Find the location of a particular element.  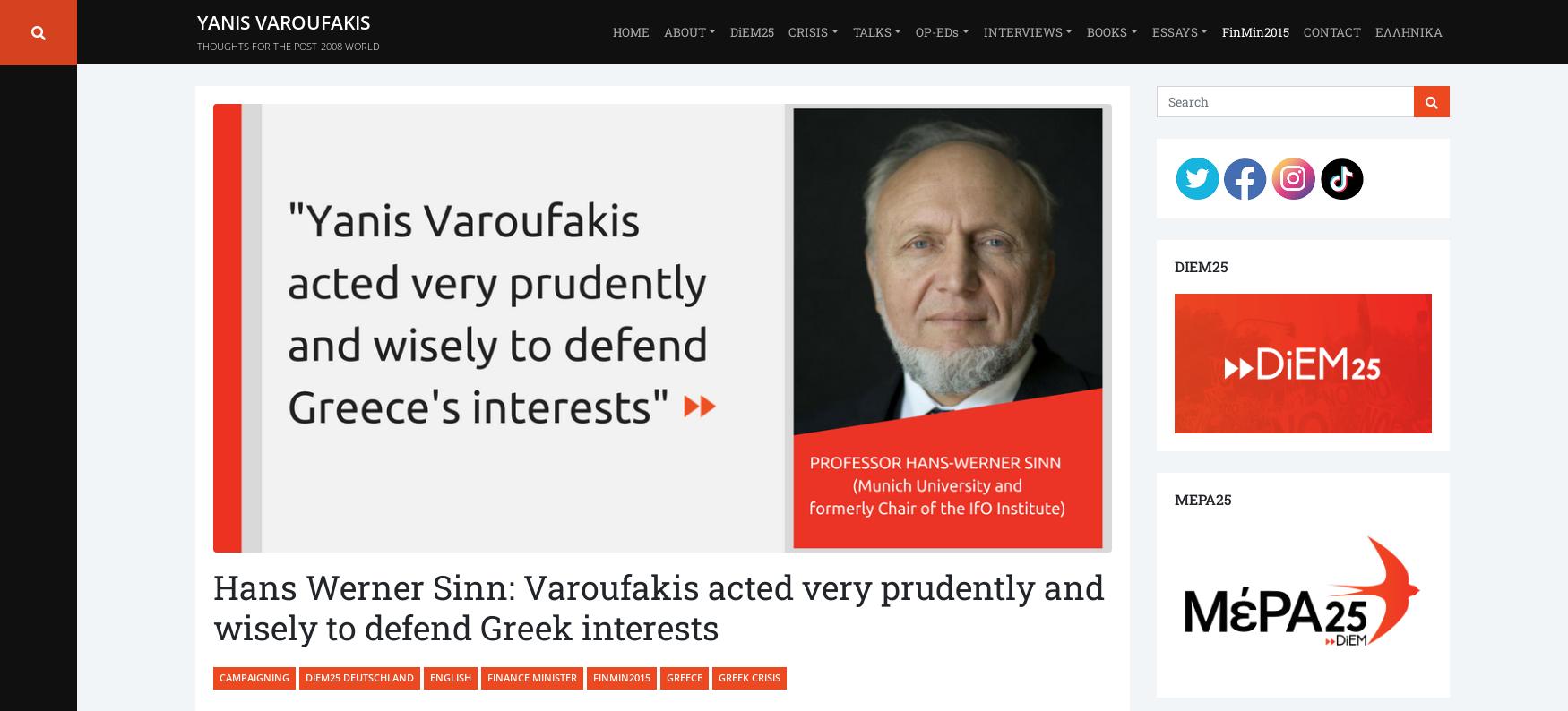

'Finance Minister' is located at coordinates (531, 677).